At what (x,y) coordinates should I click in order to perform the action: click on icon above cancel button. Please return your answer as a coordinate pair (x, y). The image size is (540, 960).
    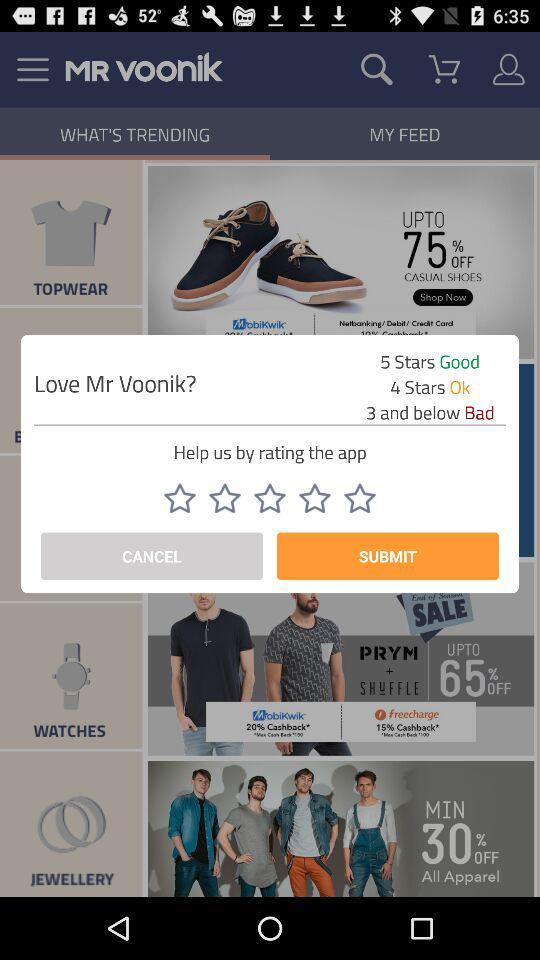
    Looking at the image, I should click on (270, 497).